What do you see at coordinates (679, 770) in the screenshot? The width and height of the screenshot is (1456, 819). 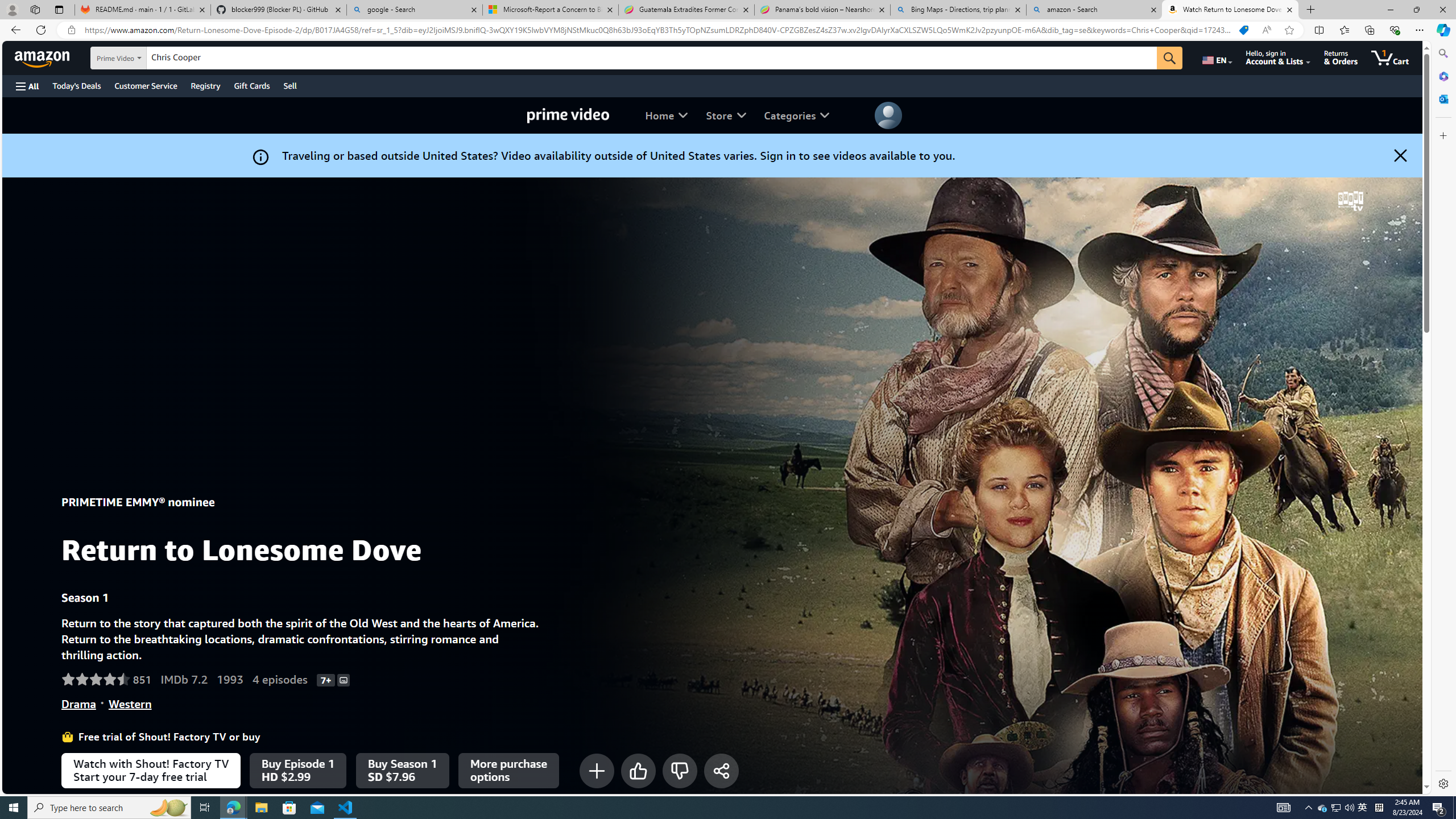 I see `'Not for me'` at bounding box center [679, 770].